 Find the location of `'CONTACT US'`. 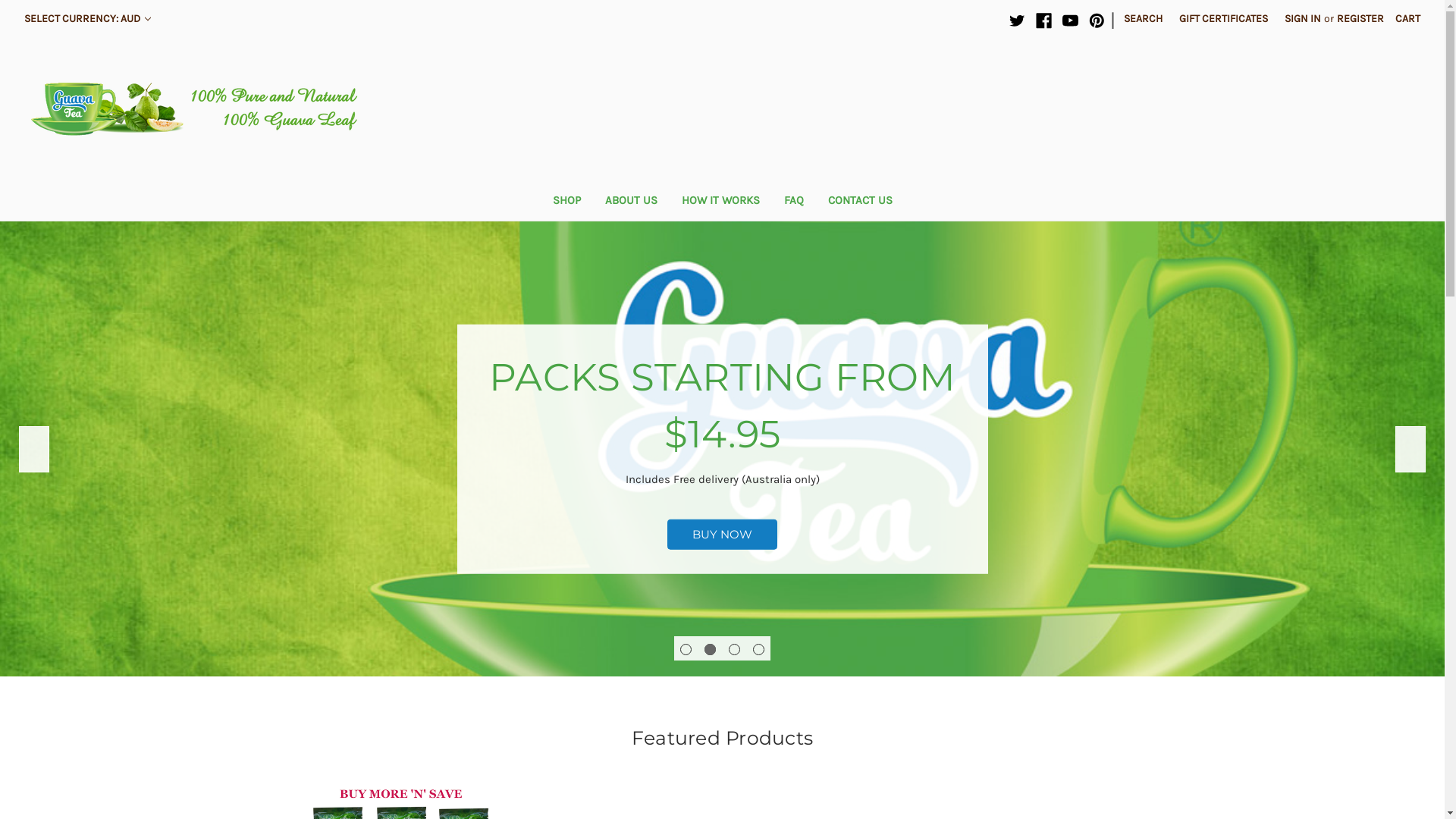

'CONTACT US' is located at coordinates (860, 201).